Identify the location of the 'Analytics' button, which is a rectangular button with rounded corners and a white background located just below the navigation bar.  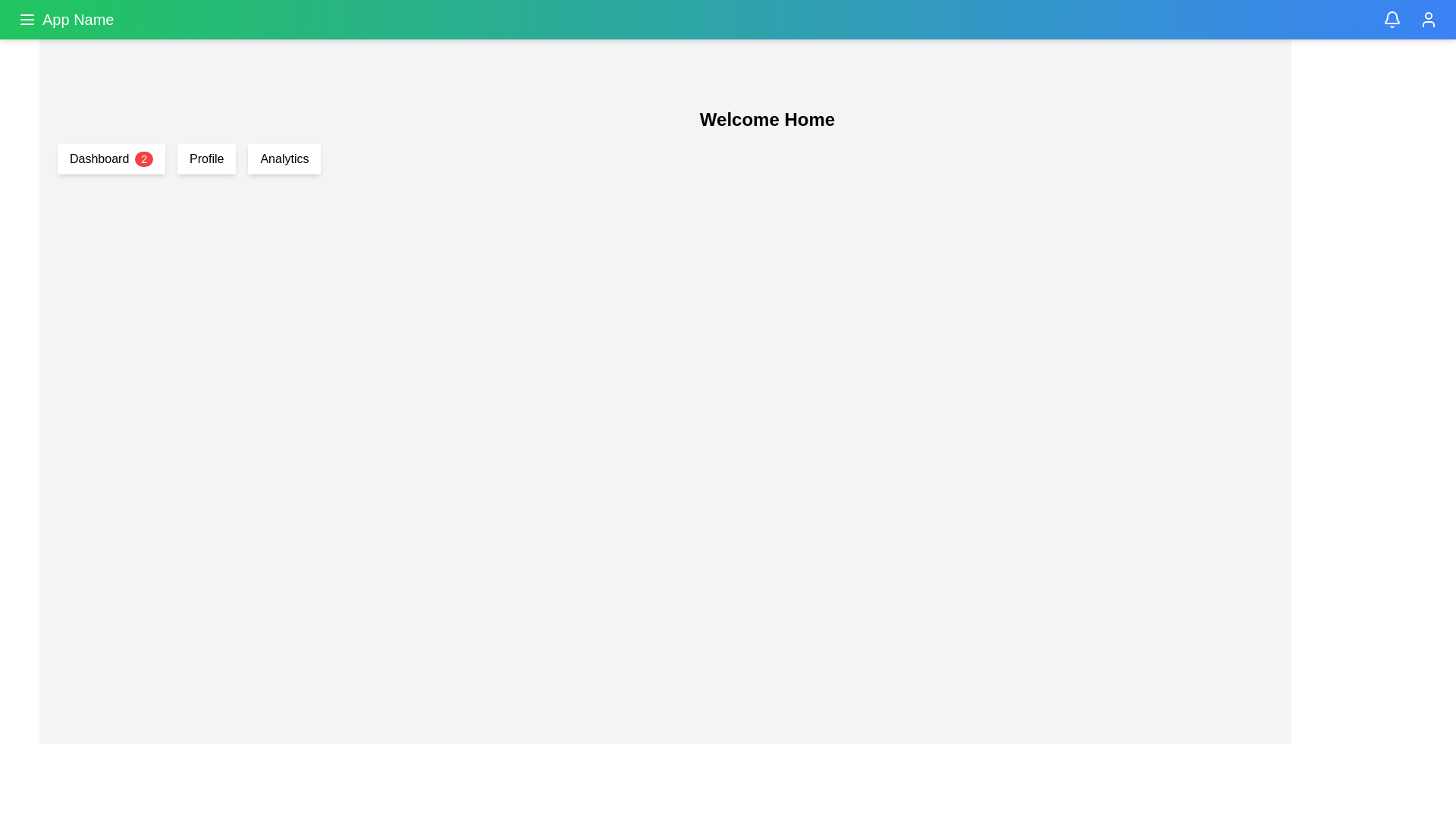
(284, 158).